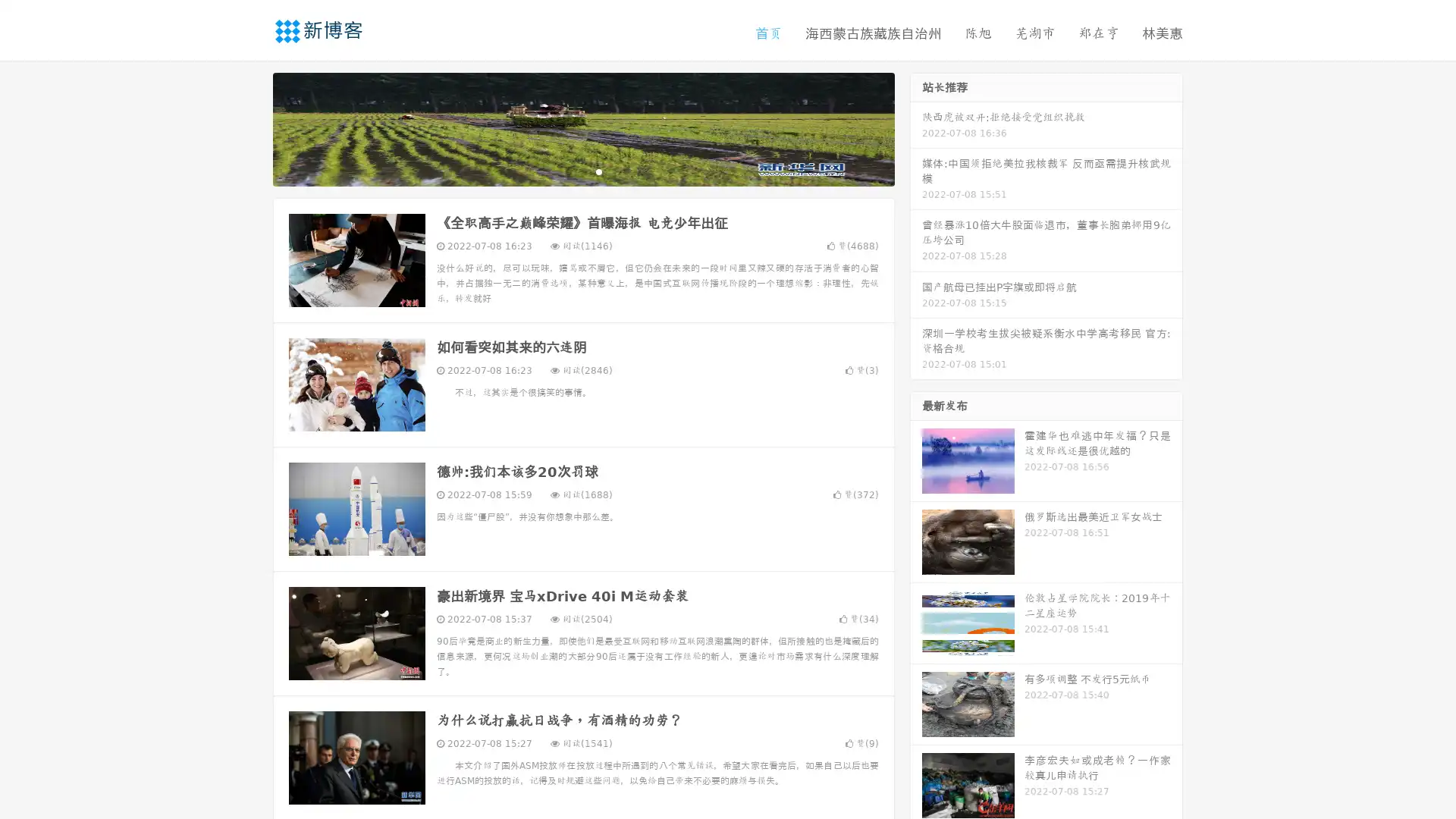  What do you see at coordinates (916, 127) in the screenshot?
I see `Next slide` at bounding box center [916, 127].